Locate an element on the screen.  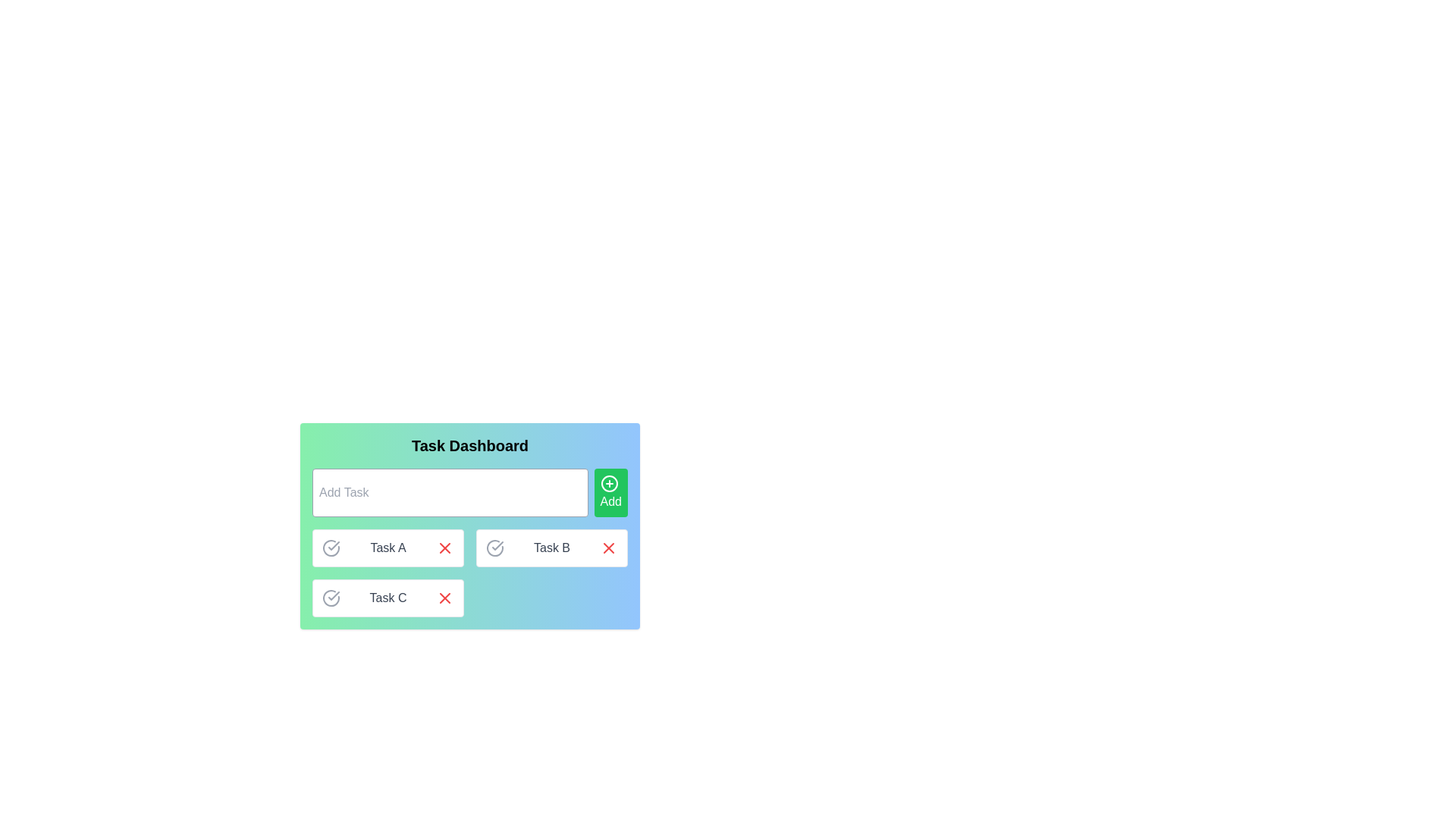
the delete button located at the right end of the task block labeled 'Task B' is located at coordinates (608, 548).